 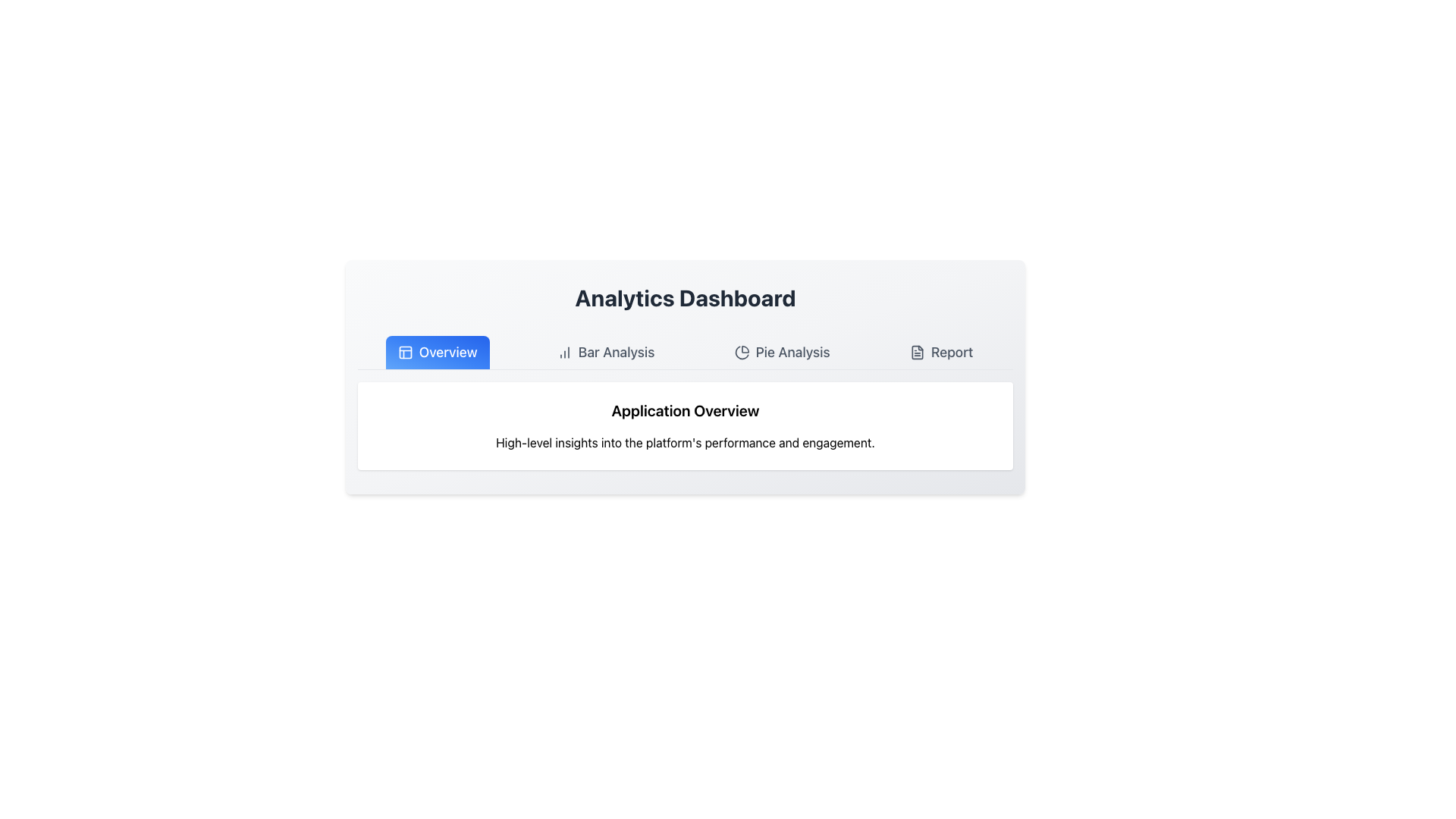 What do you see at coordinates (684, 353) in the screenshot?
I see `the 'Pie Analysis' tab in the Navigation bar located below the title 'Analytics Dashboard'` at bounding box center [684, 353].